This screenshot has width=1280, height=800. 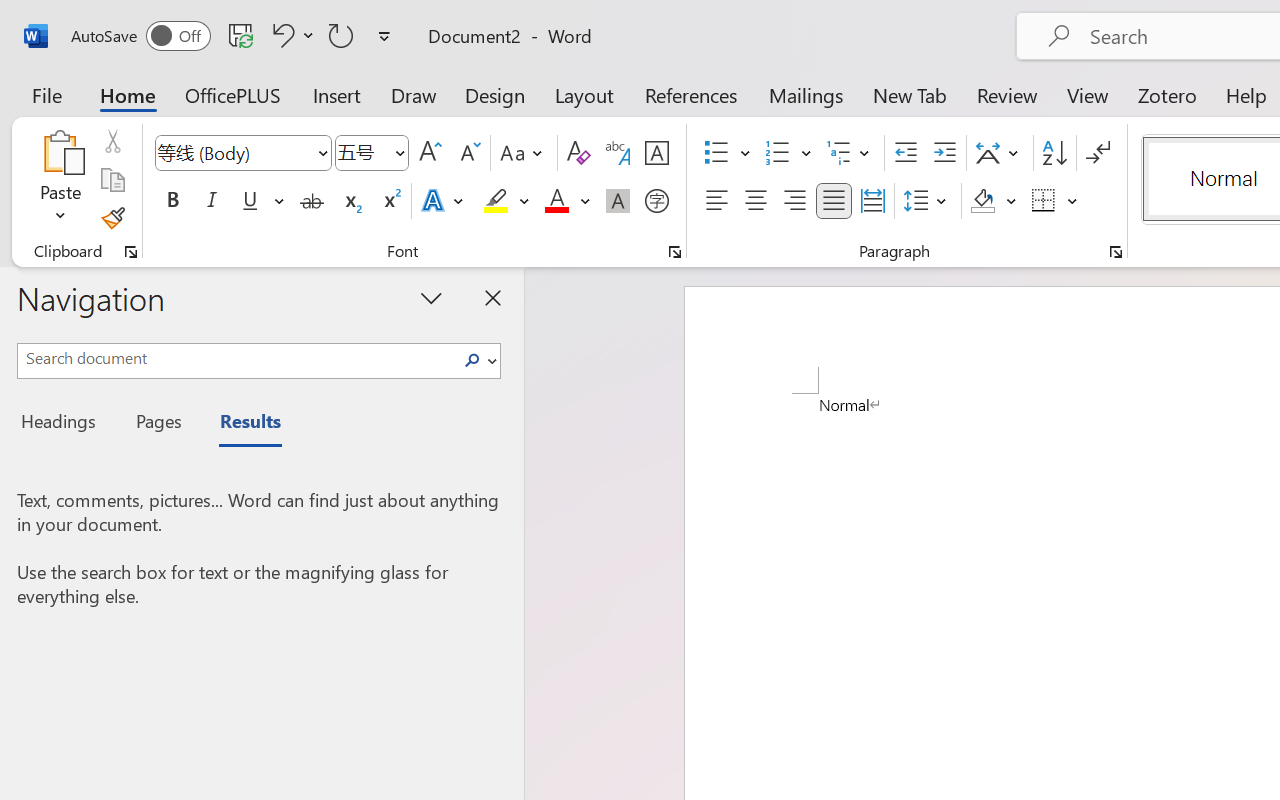 I want to click on 'Center', so click(x=755, y=201).